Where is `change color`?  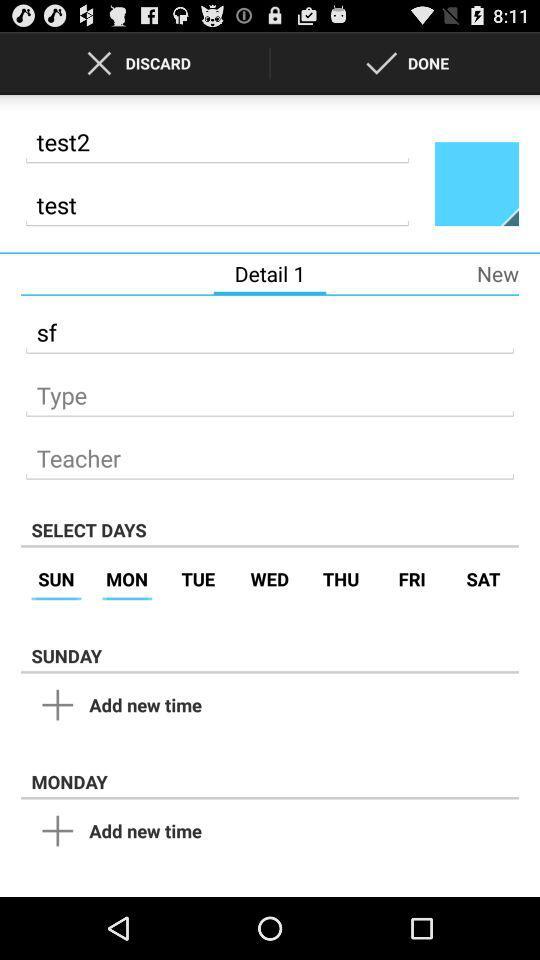
change color is located at coordinates (475, 183).